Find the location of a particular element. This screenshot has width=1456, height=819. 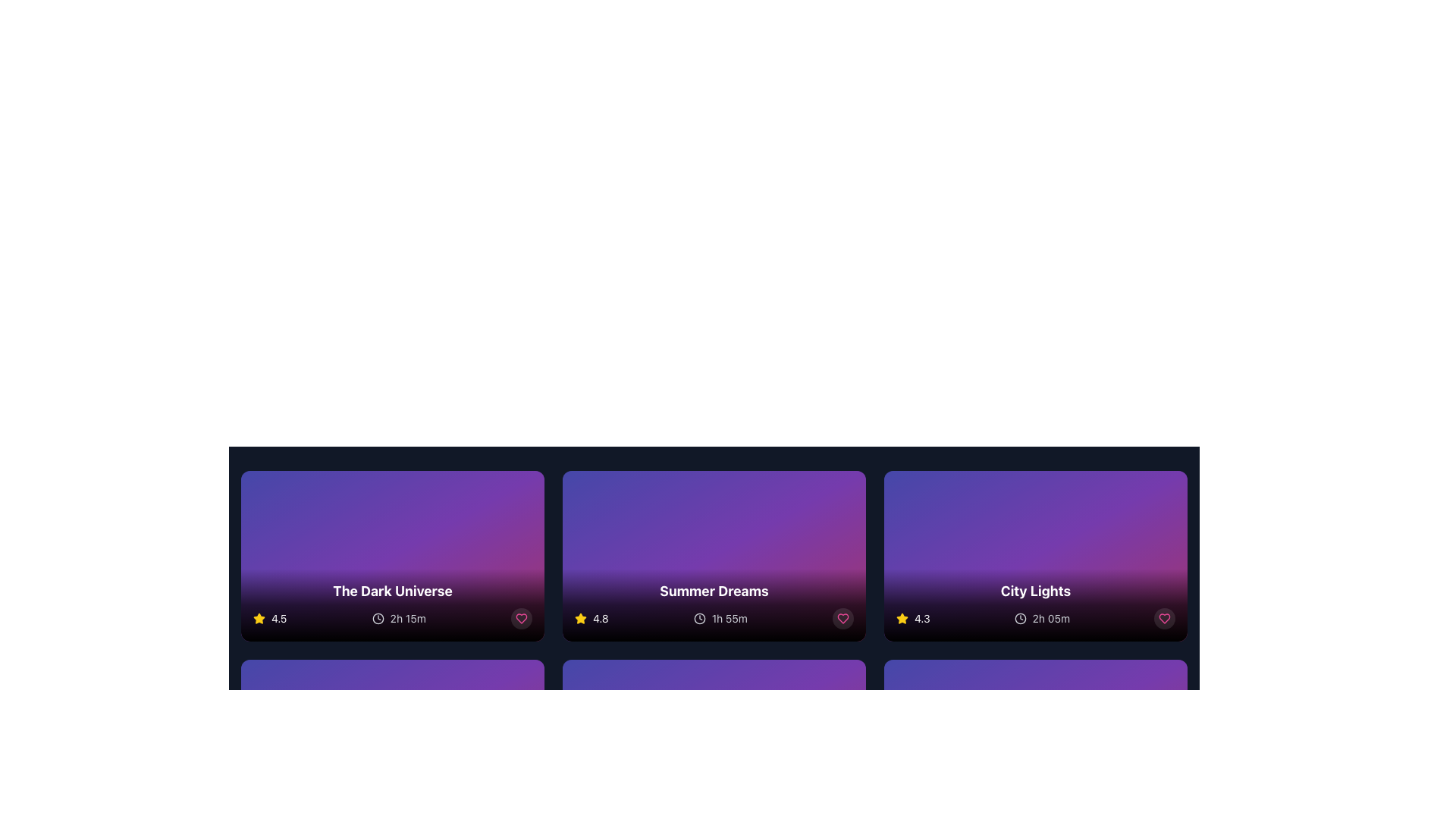

the visual representation of the yellow star-shaped icon used for rating, which is located below the title 'Summer Dreams' and next to the numerical score '4.8' is located at coordinates (580, 619).